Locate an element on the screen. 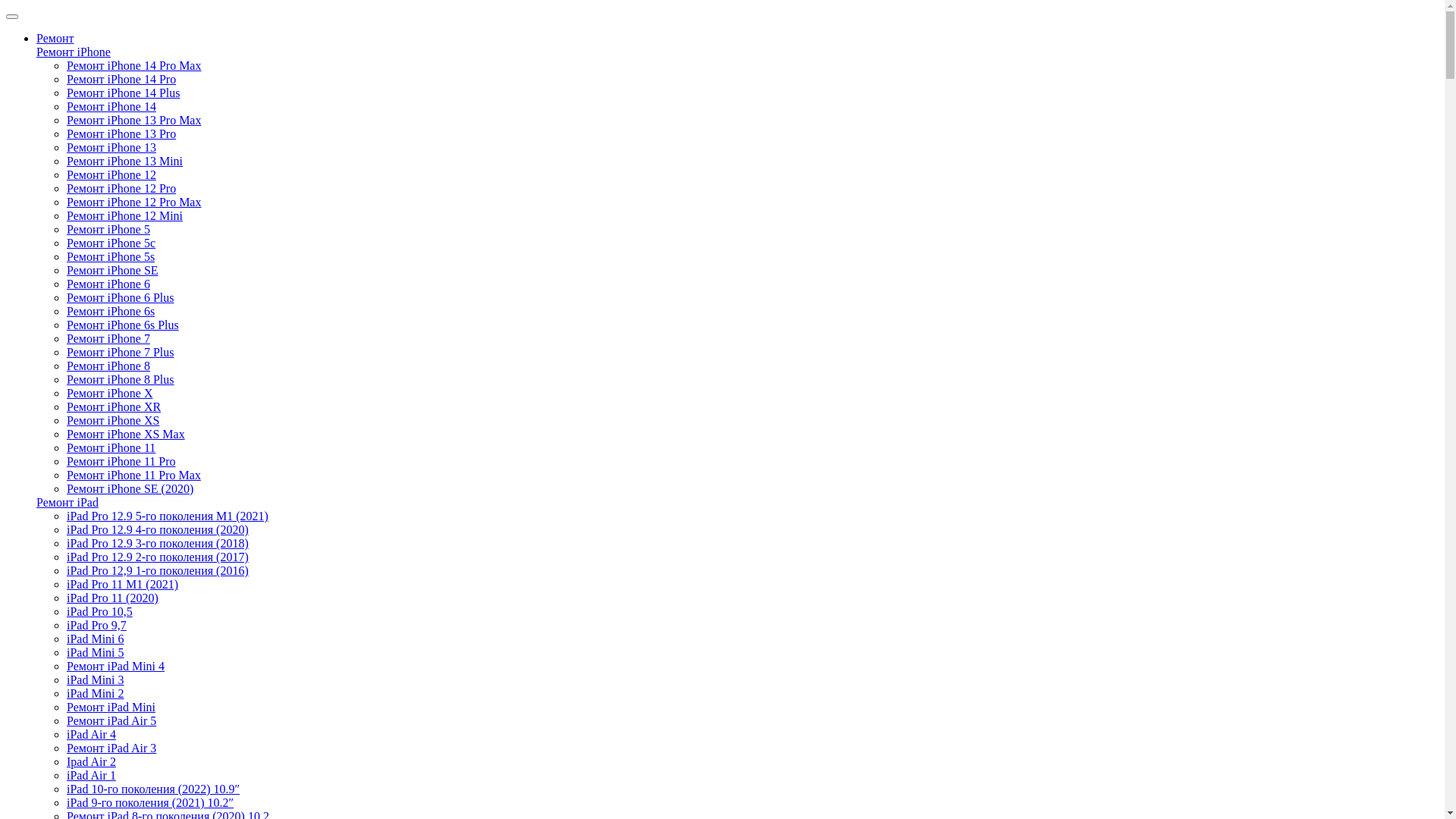 Image resolution: width=1456 pixels, height=819 pixels. 'iPad Mini 6' is located at coordinates (65, 639).